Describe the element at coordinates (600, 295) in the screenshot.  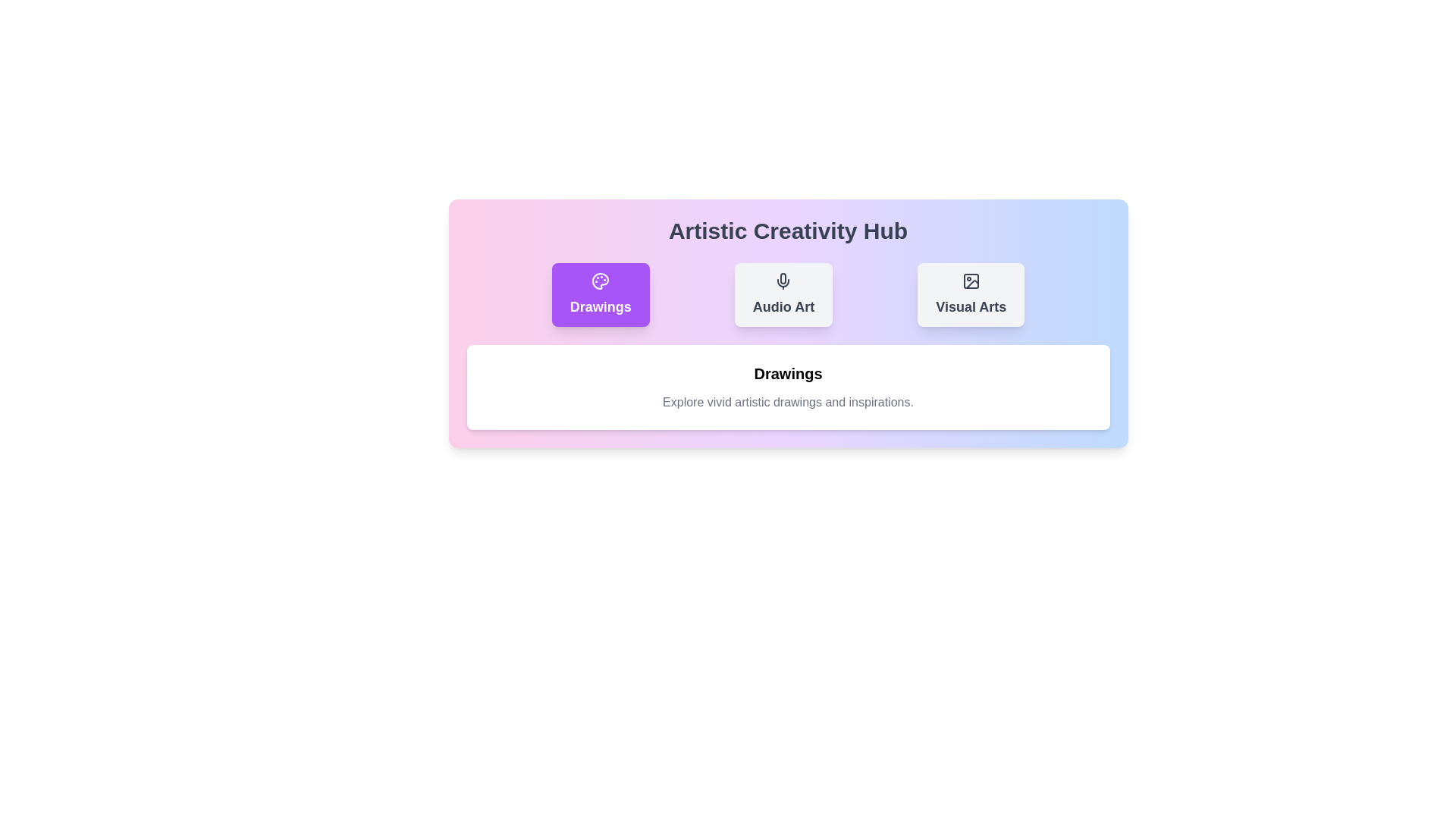
I see `the tab labeled Drawings` at that location.